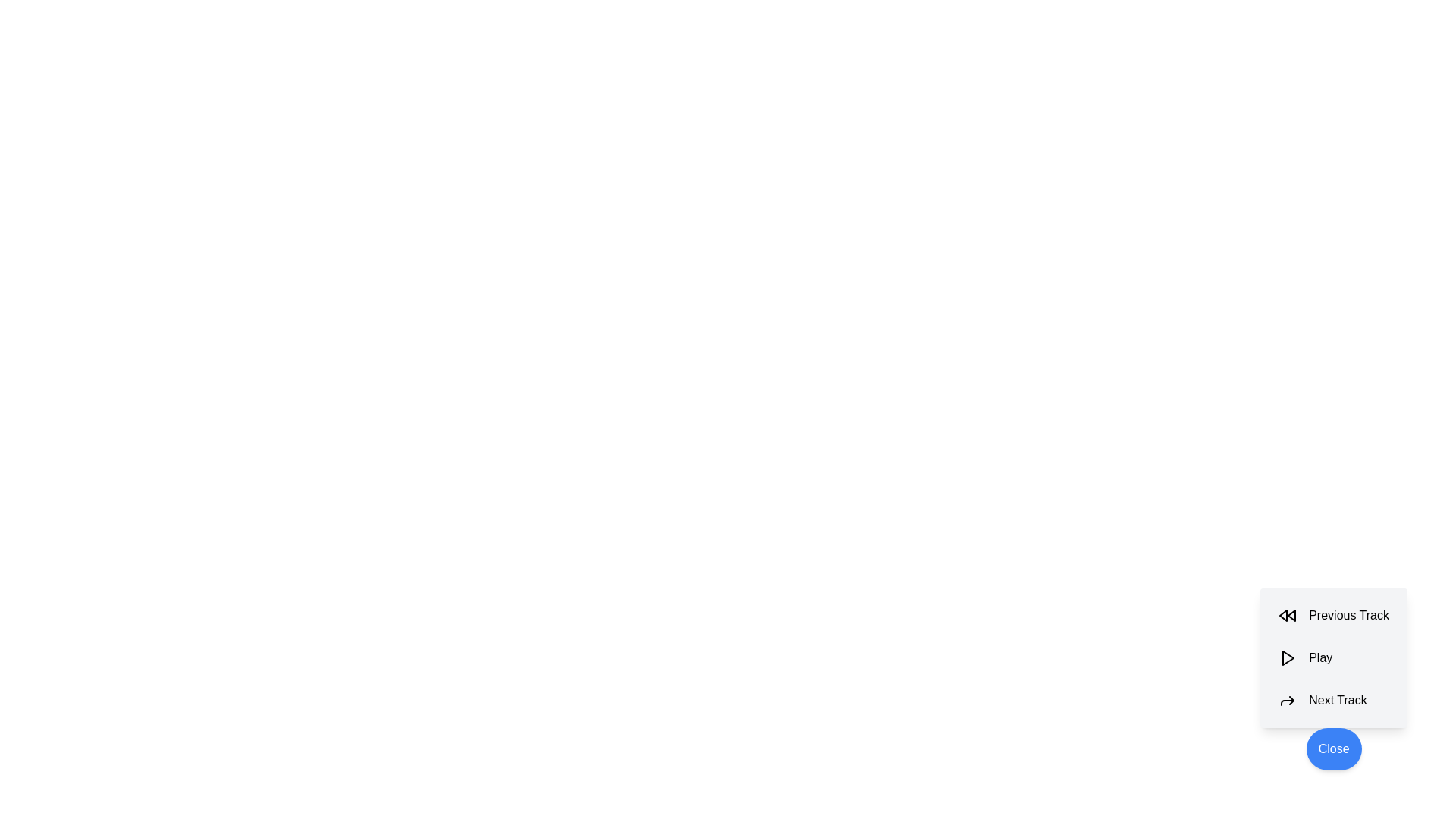  What do you see at coordinates (1333, 657) in the screenshot?
I see `the media playback button located below the 'Previous Track' button and above the 'Next Track' button in the light gray rounded box` at bounding box center [1333, 657].